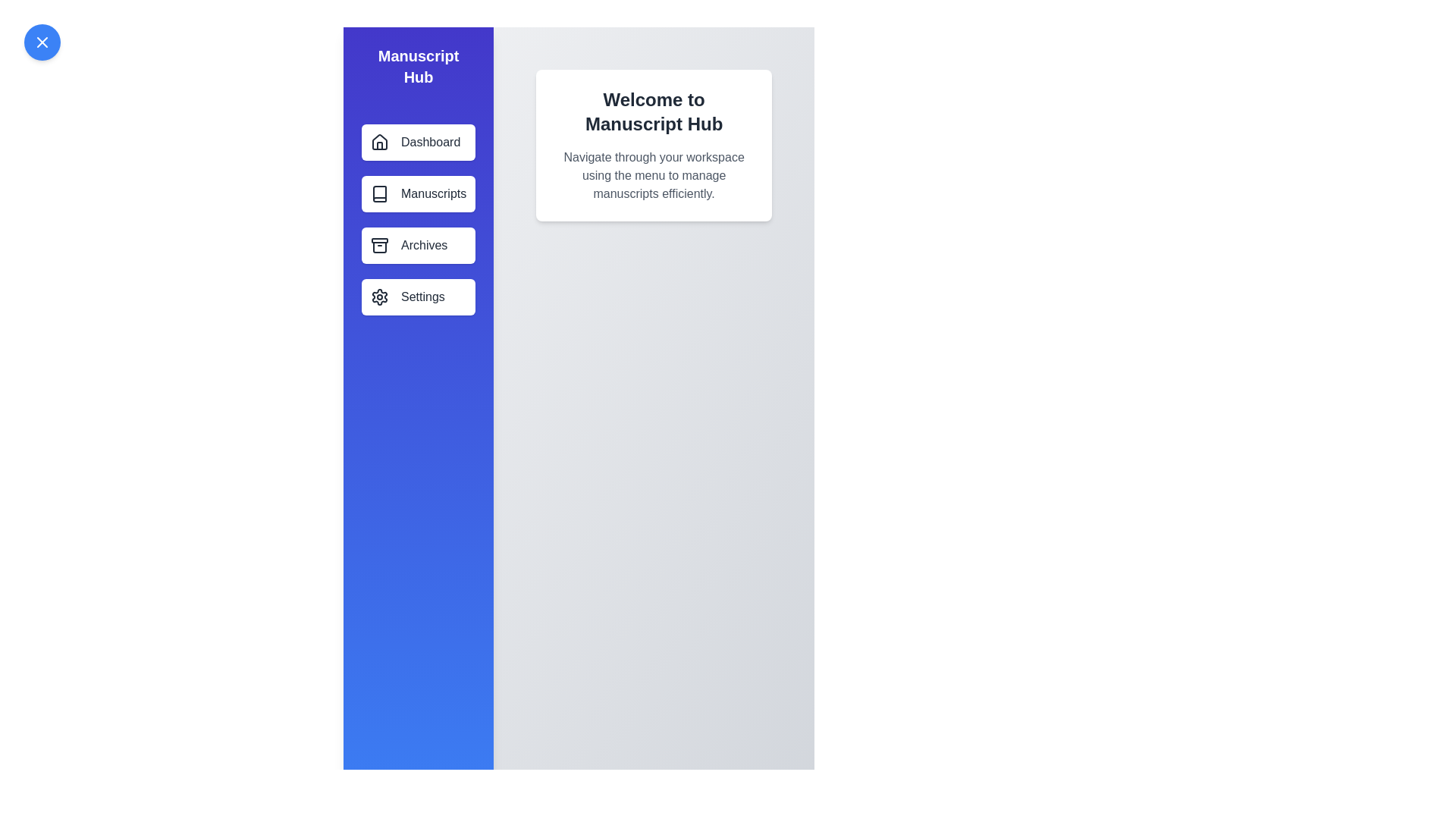  Describe the element at coordinates (42, 42) in the screenshot. I see `the toggle button to close the navigation drawer` at that location.